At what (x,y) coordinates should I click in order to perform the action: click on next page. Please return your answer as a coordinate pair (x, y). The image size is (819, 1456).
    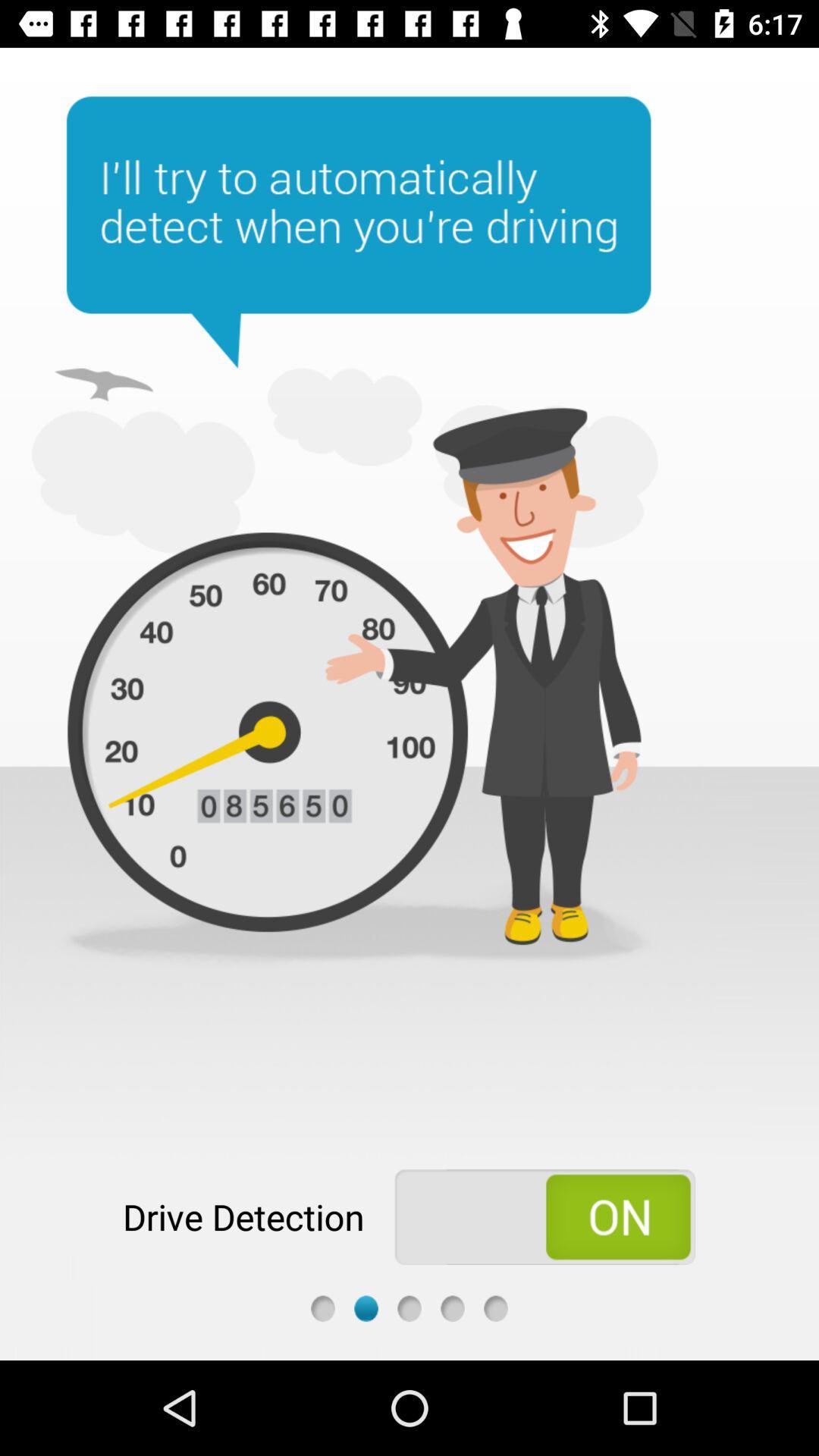
    Looking at the image, I should click on (452, 1307).